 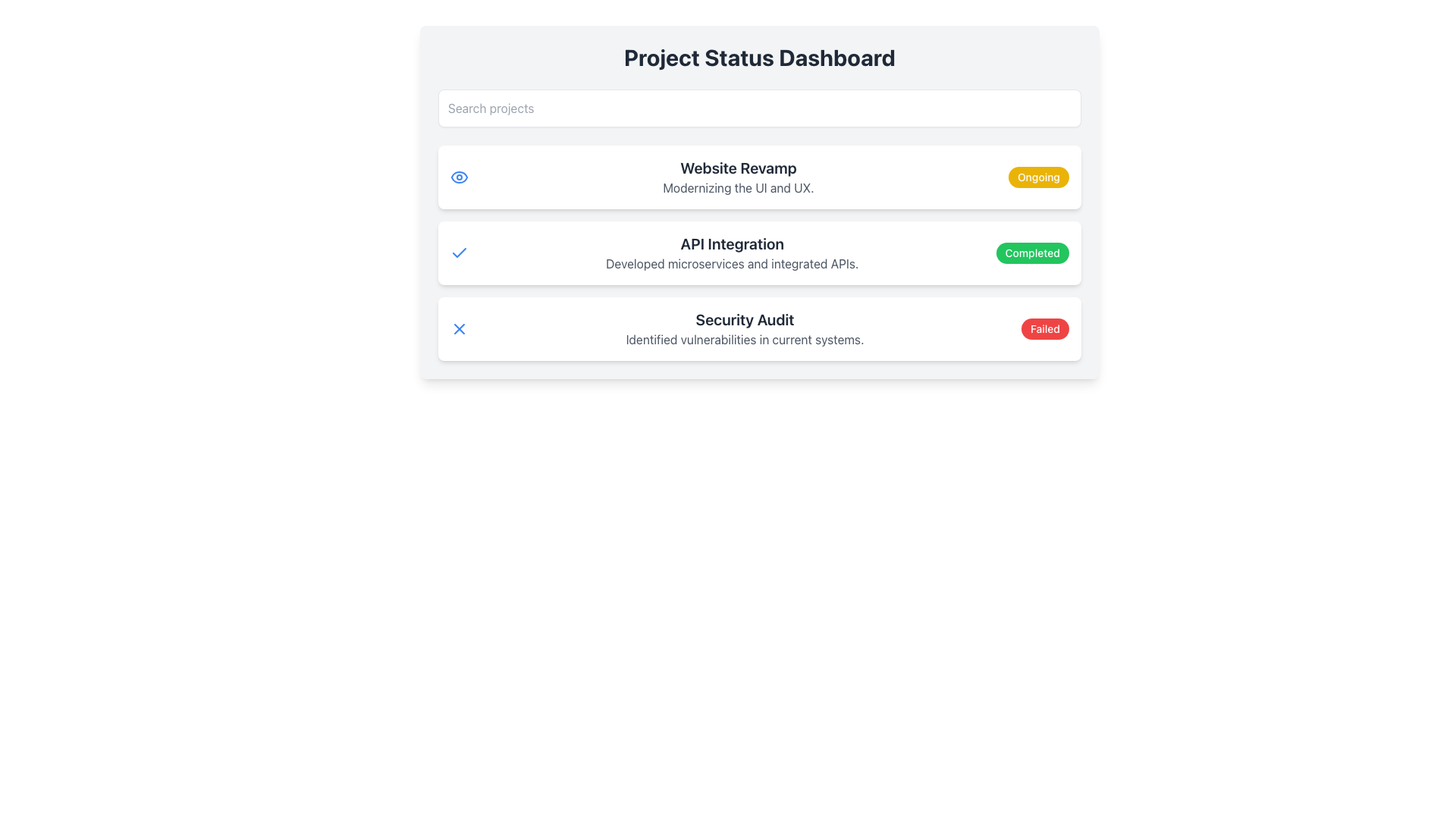 What do you see at coordinates (739, 177) in the screenshot?
I see `the Text display component that shows 'Website Revamp' in bold and 'Modernizing the UI and UX.' in a smaller font, located at the center of the project status dashboard` at bounding box center [739, 177].